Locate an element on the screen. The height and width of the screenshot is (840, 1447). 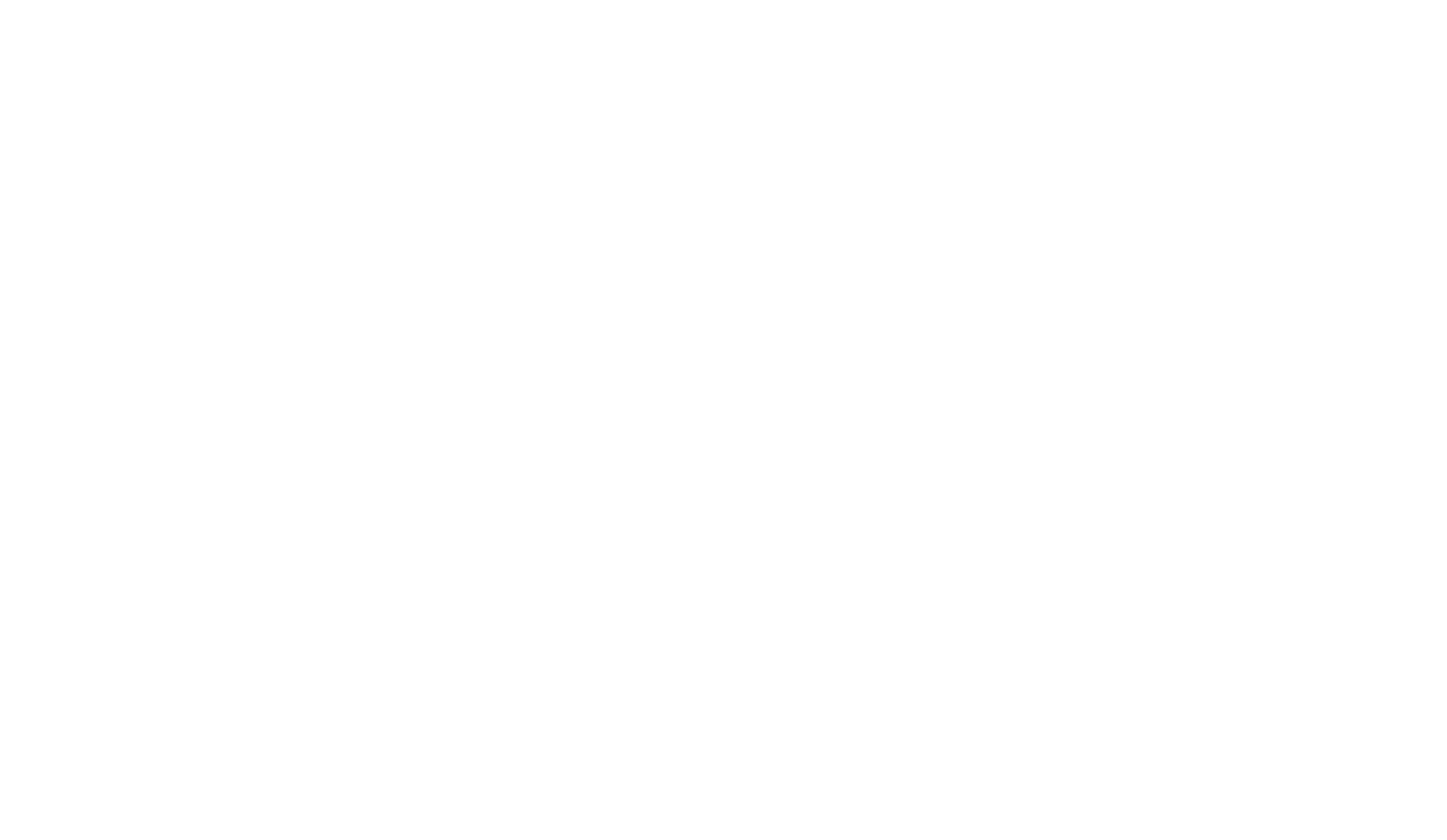
'Cala Fuili' is located at coordinates (318, 431).